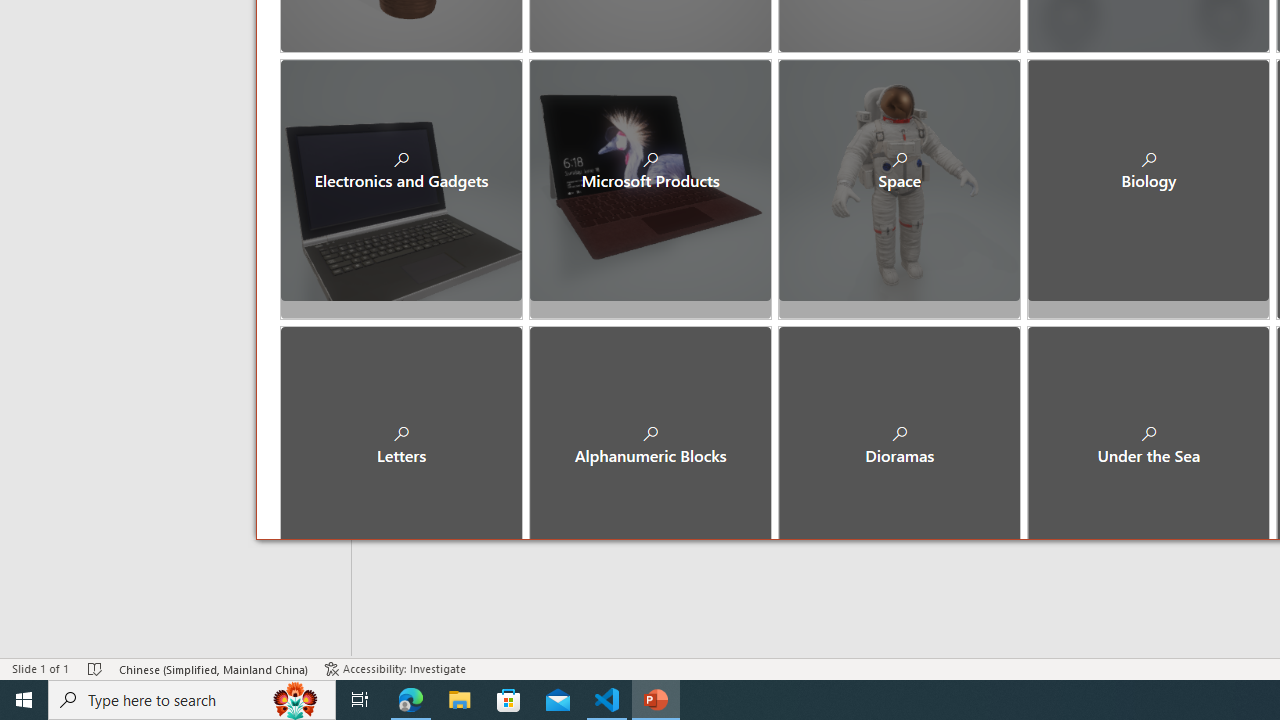  I want to click on 'Dioramas', so click(898, 428).